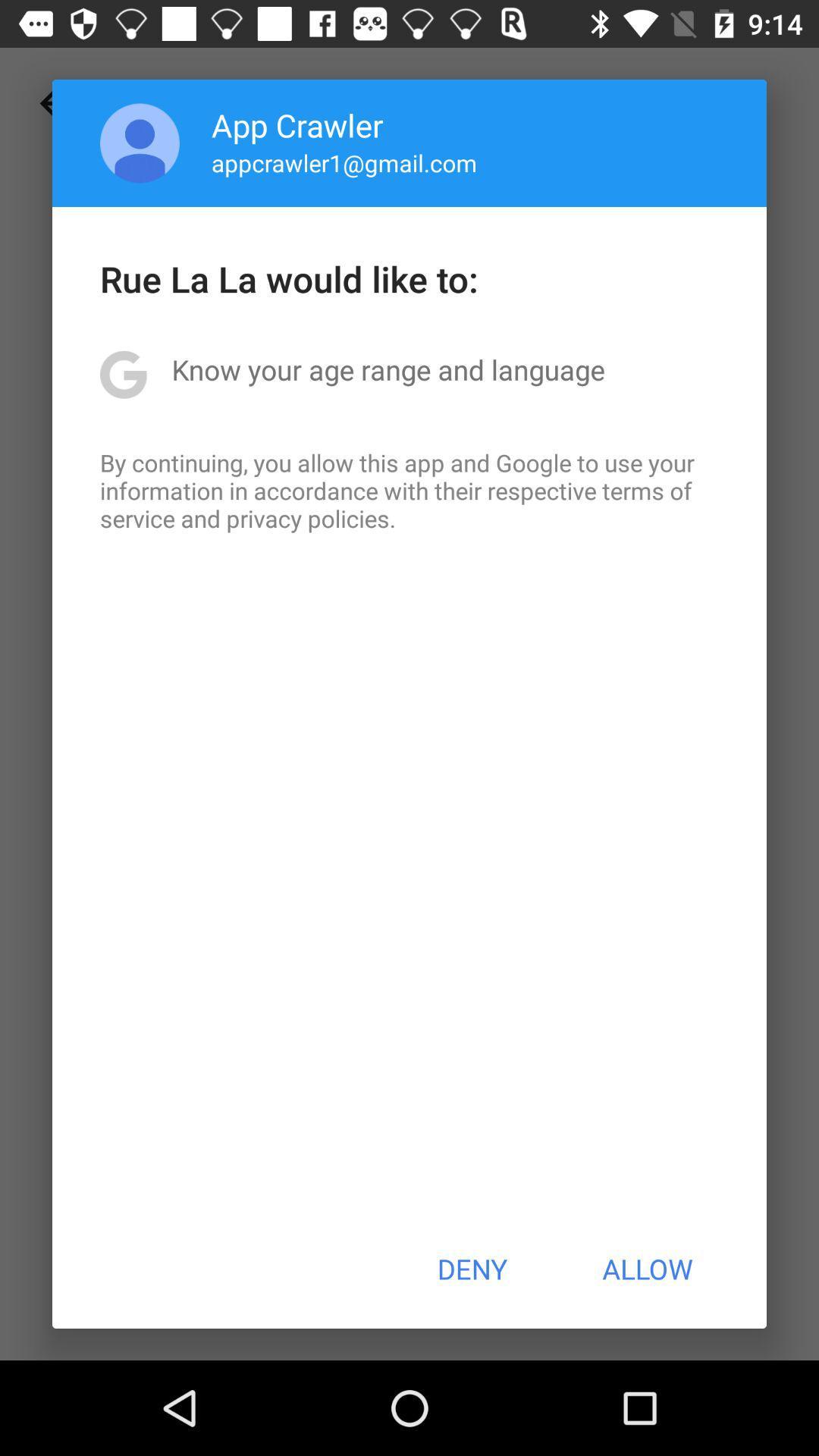 The image size is (819, 1456). I want to click on app crawler app, so click(297, 124).